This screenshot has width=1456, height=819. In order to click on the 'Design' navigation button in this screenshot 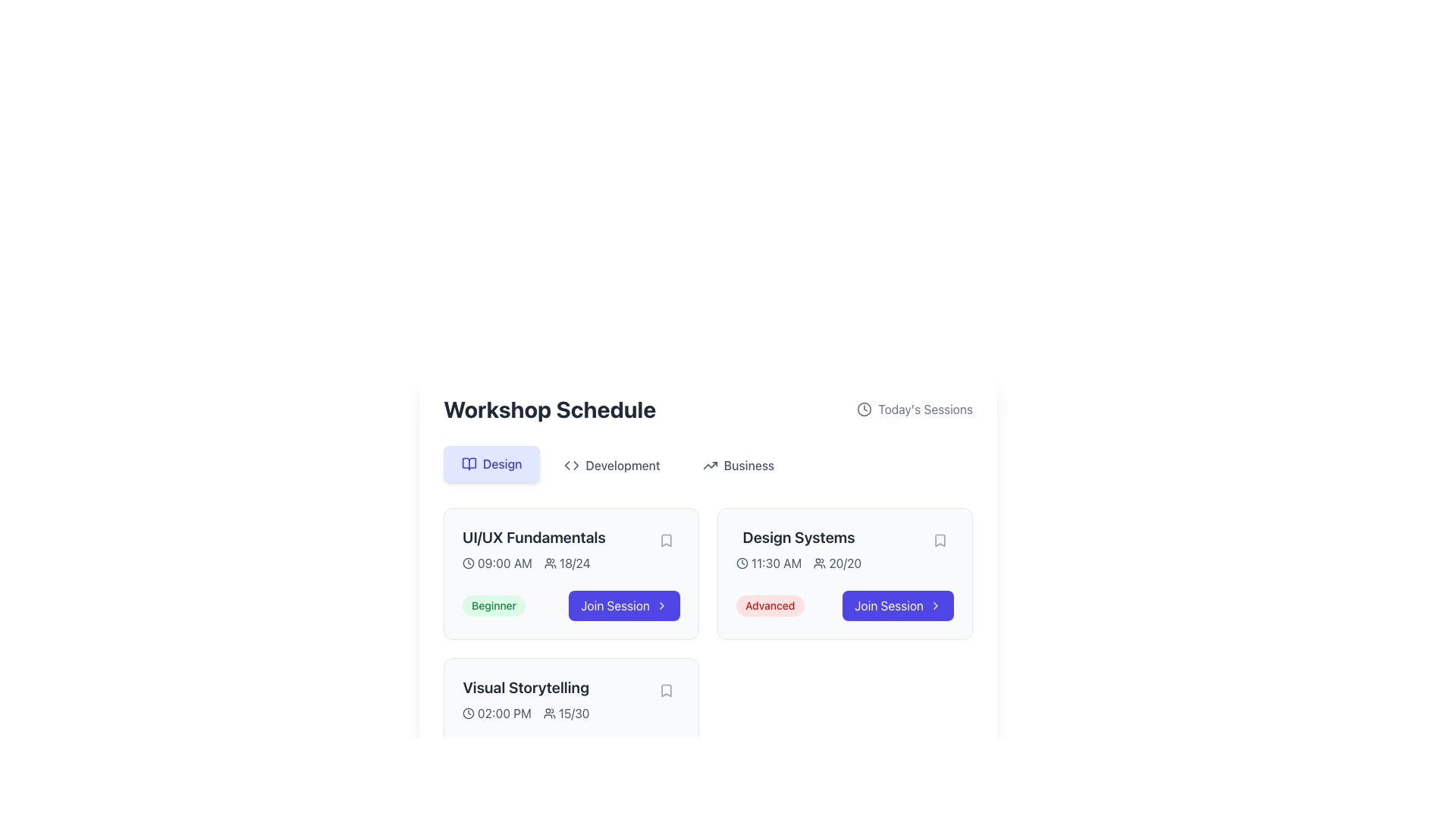, I will do `click(491, 463)`.